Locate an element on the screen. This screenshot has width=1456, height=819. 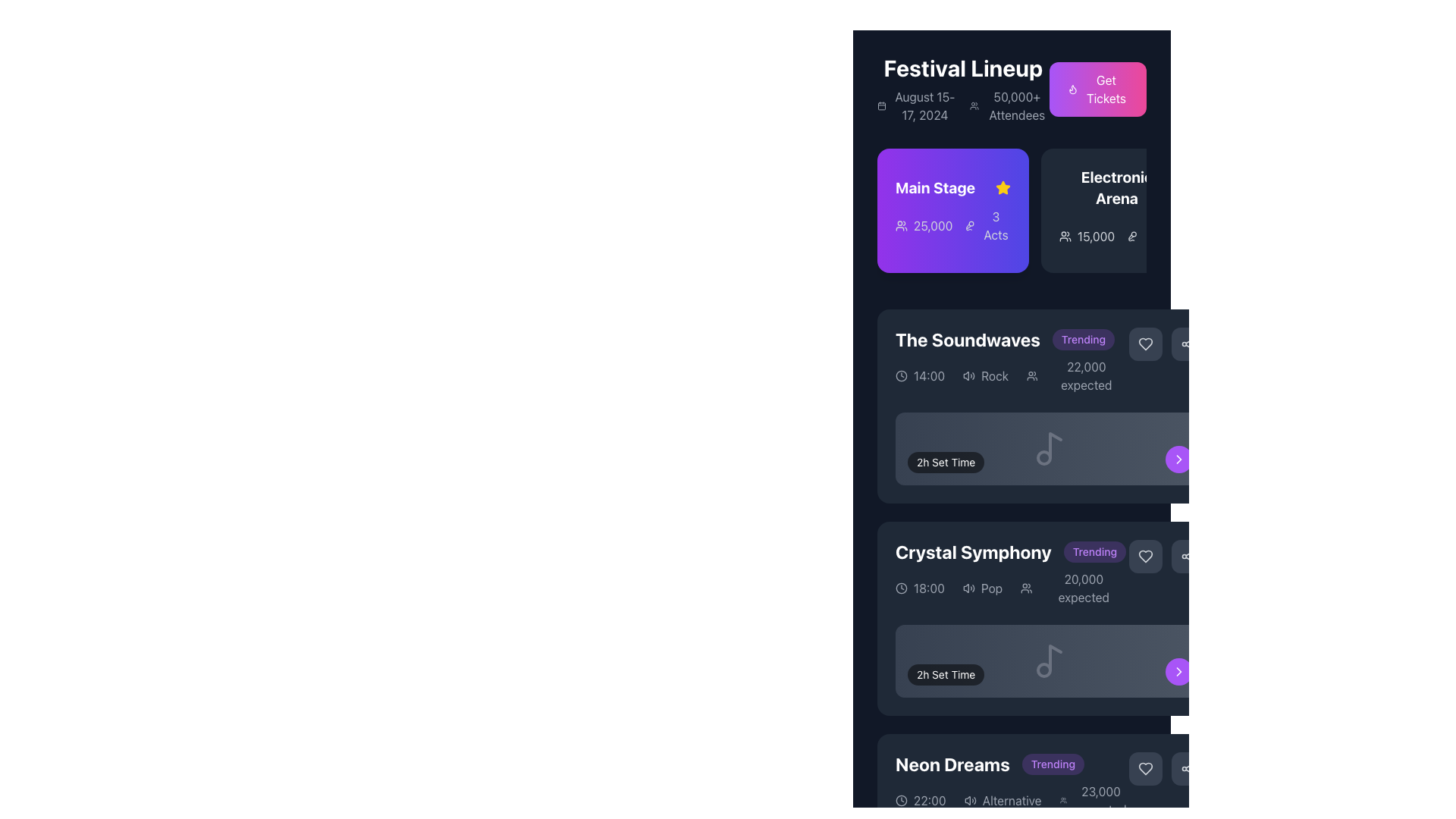
the yellow star icon that indicates a rating or marker, located beside its textual description within the event details section is located at coordinates (1003, 187).